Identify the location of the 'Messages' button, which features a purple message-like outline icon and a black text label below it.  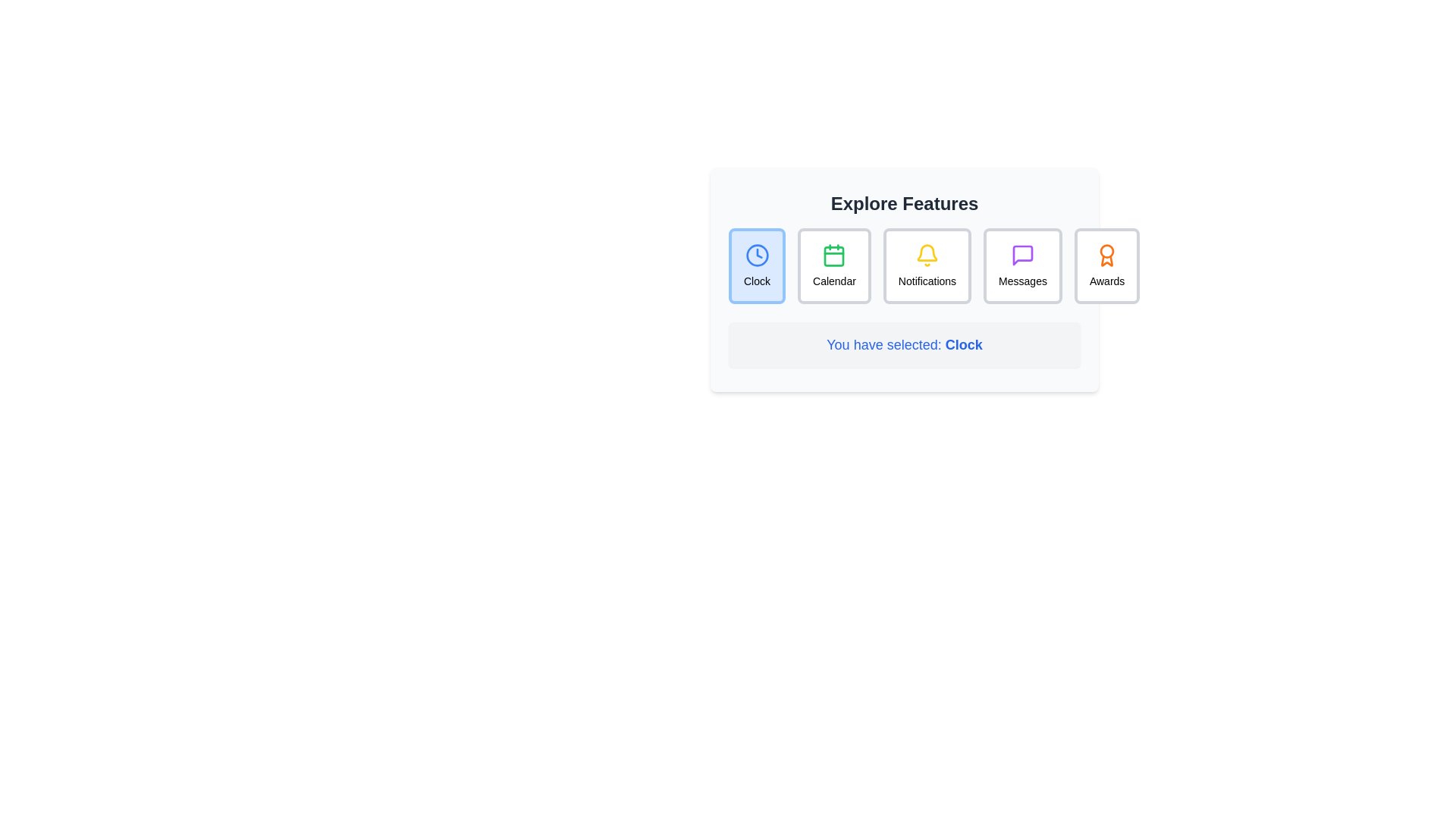
(1022, 265).